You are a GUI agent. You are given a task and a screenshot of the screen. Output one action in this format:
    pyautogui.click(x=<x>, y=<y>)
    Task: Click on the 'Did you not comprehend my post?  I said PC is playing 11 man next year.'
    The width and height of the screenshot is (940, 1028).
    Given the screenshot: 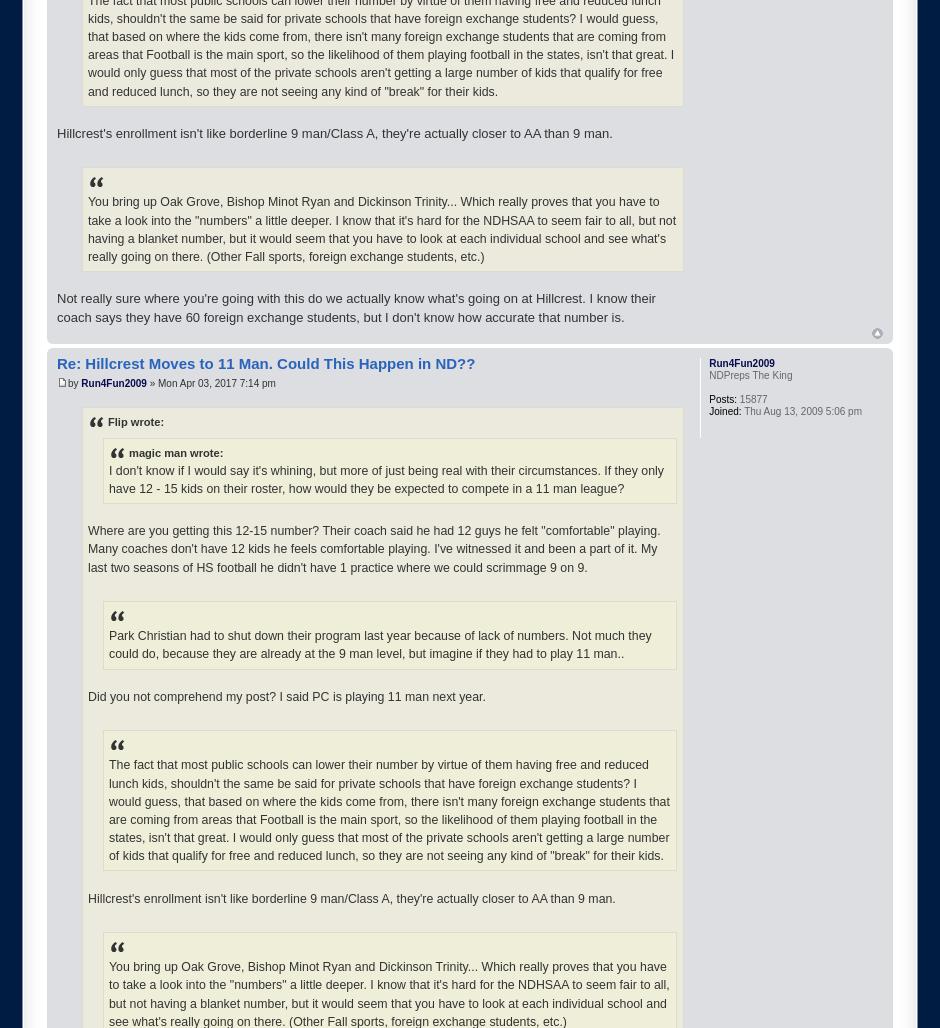 What is the action you would take?
    pyautogui.click(x=285, y=695)
    